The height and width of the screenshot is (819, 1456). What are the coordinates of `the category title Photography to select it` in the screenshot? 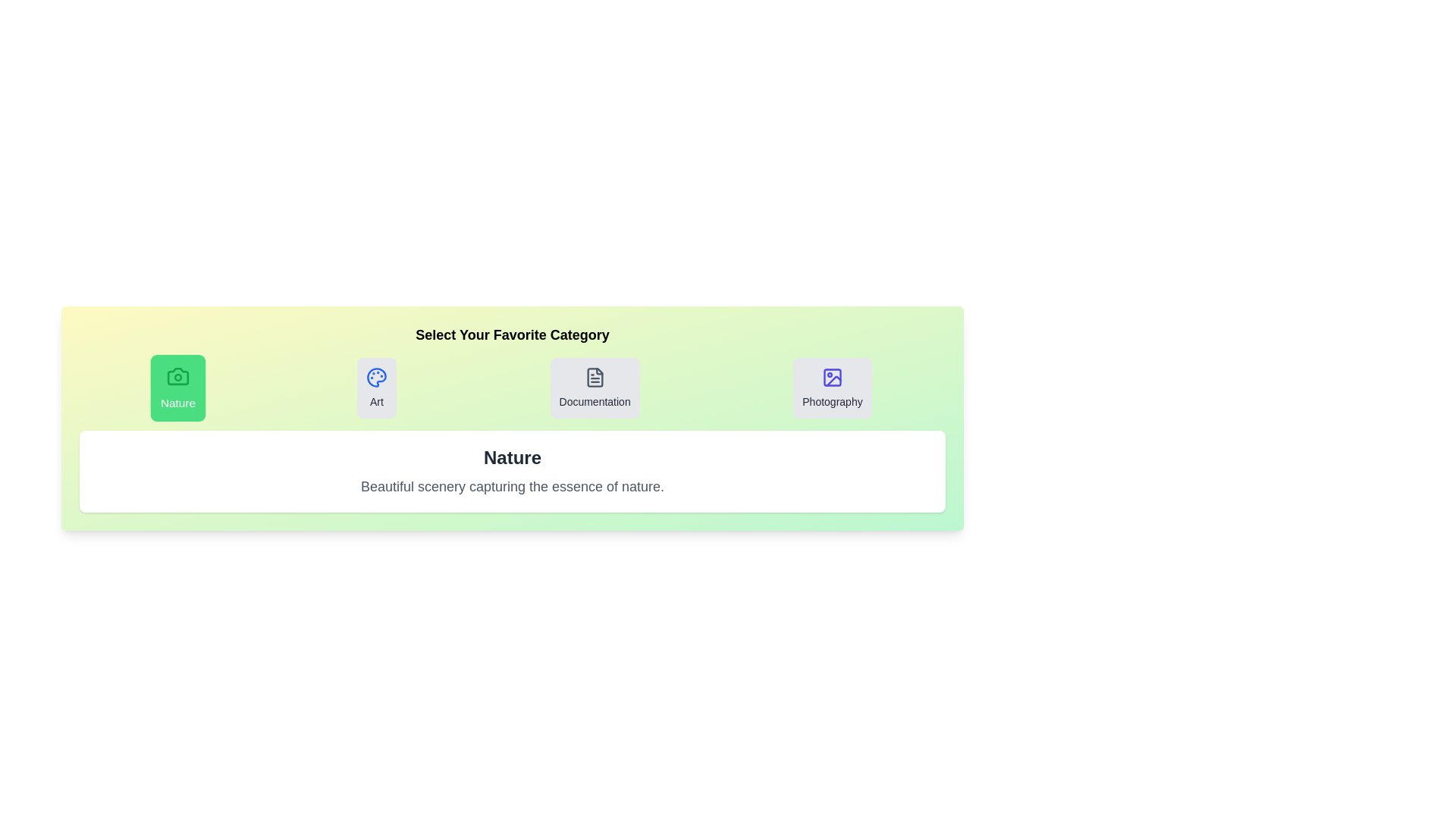 It's located at (831, 388).